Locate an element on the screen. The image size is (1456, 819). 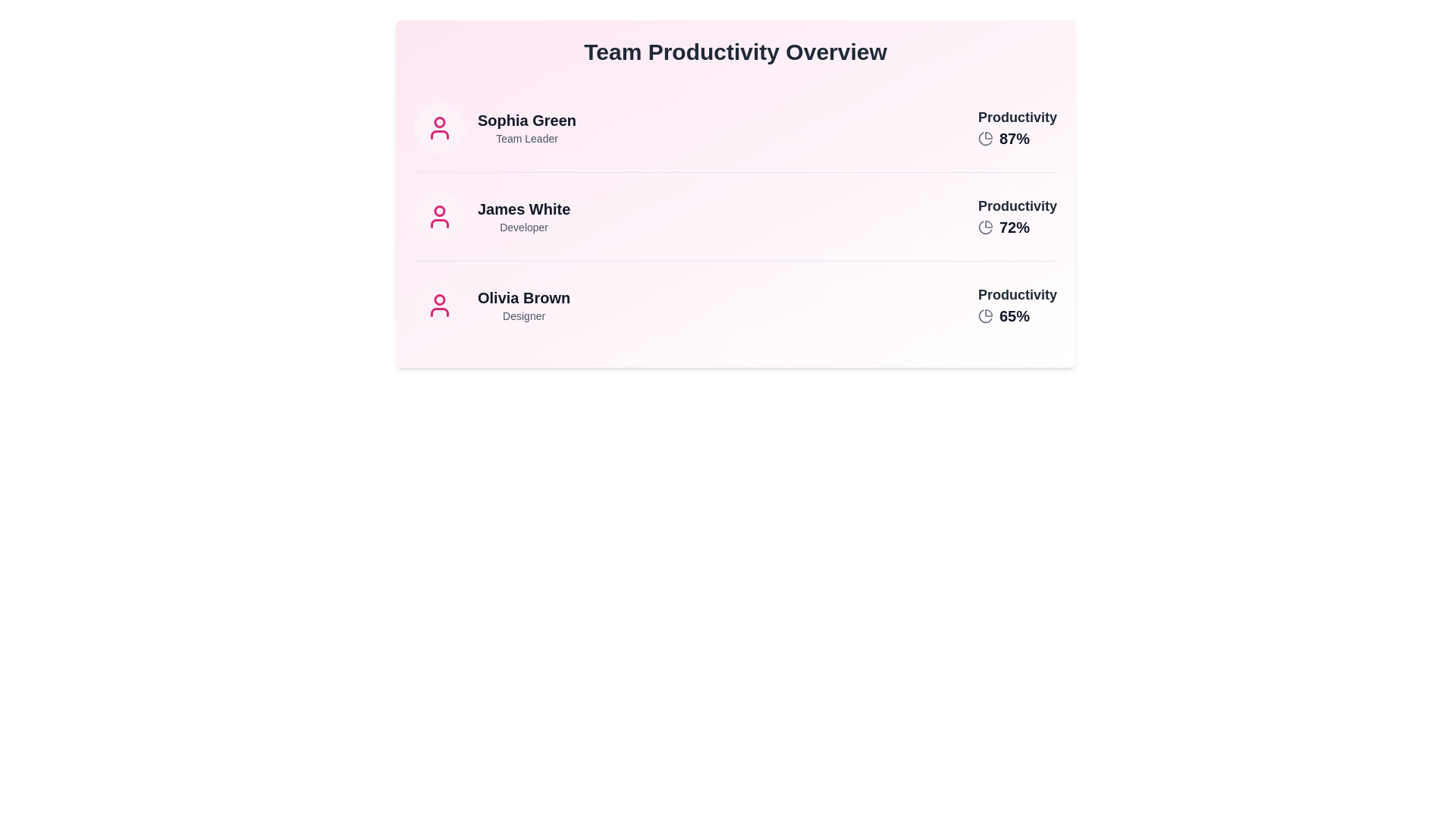
the text label indicating the role of team member 'James White', located below the name in the team productivity overview section is located at coordinates (524, 227).